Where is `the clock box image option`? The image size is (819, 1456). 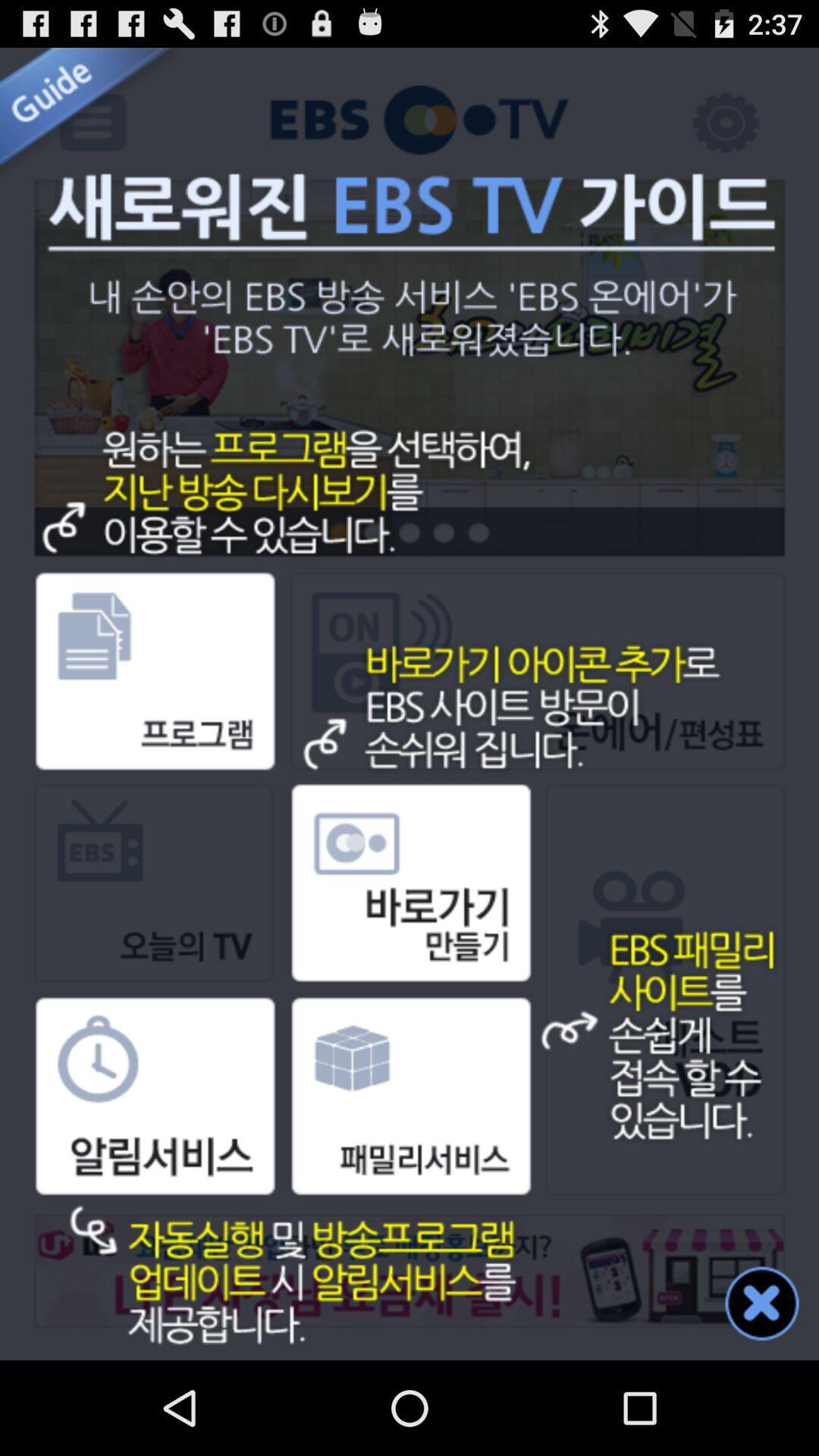
the clock box image option is located at coordinates (184, 1128).